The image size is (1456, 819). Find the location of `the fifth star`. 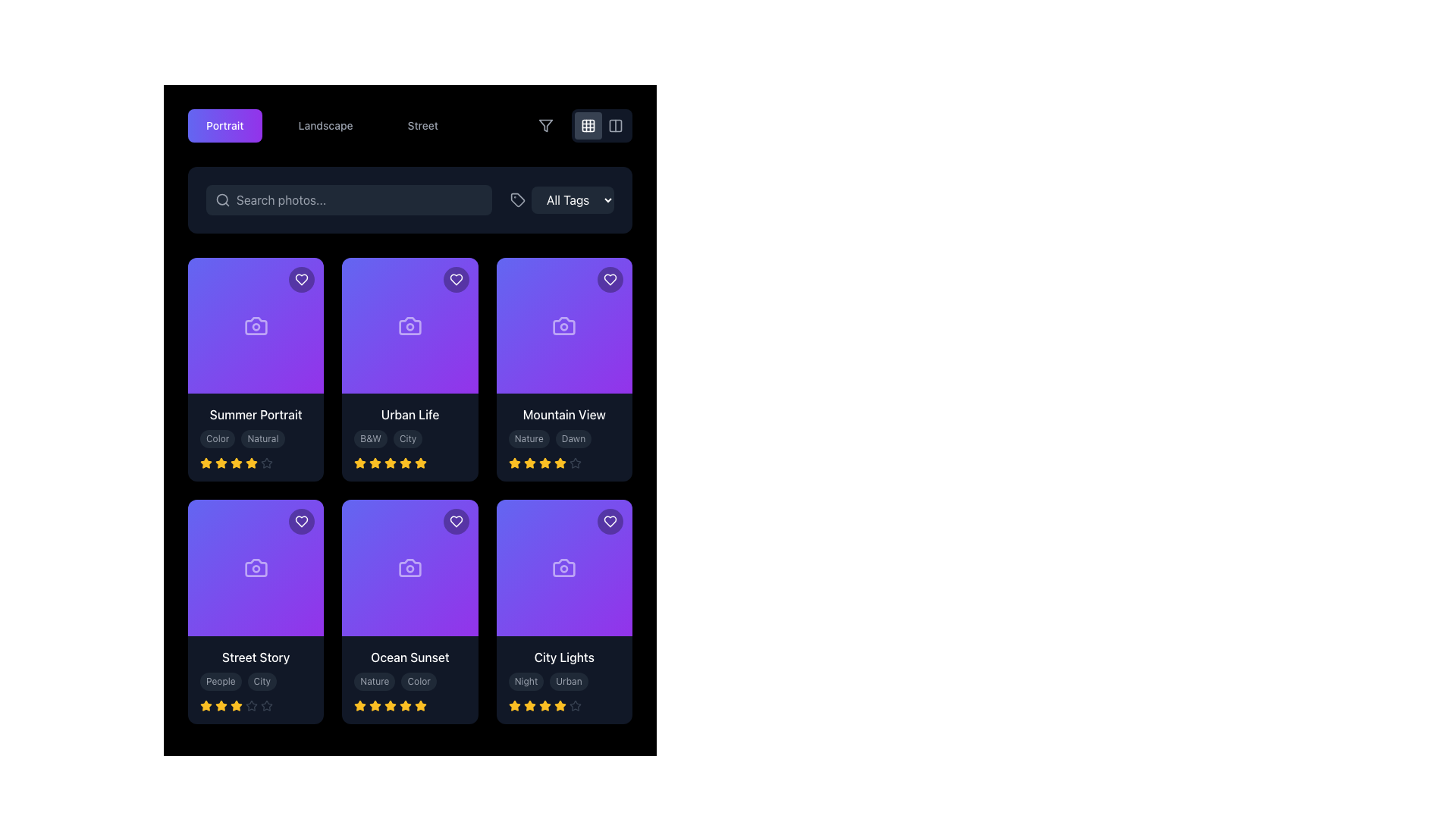

the fifth star is located at coordinates (359, 705).